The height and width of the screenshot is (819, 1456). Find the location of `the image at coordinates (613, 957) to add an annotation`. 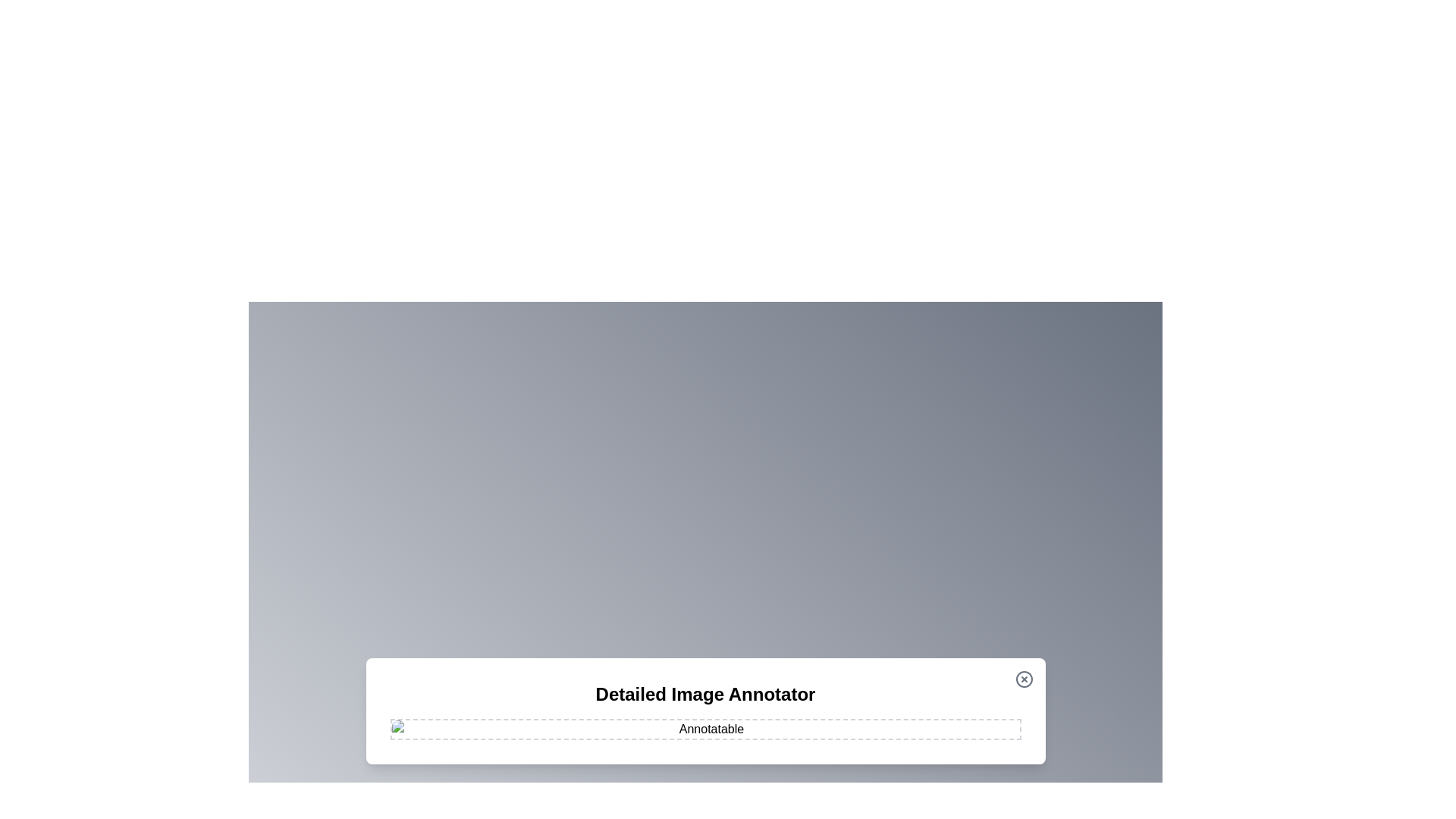

the image at coordinates (613, 957) to add an annotation is located at coordinates (464, 724).